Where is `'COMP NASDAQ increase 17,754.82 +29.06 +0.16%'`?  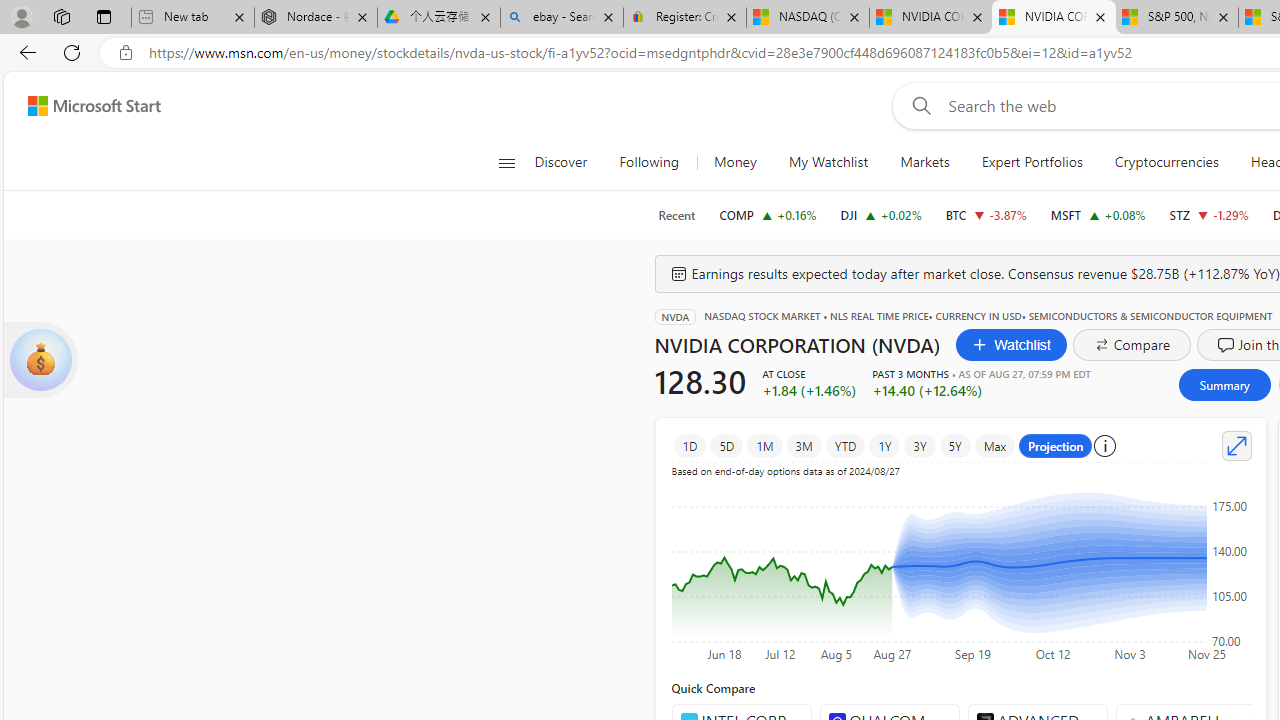 'COMP NASDAQ increase 17,754.82 +29.06 +0.16%' is located at coordinates (767, 214).